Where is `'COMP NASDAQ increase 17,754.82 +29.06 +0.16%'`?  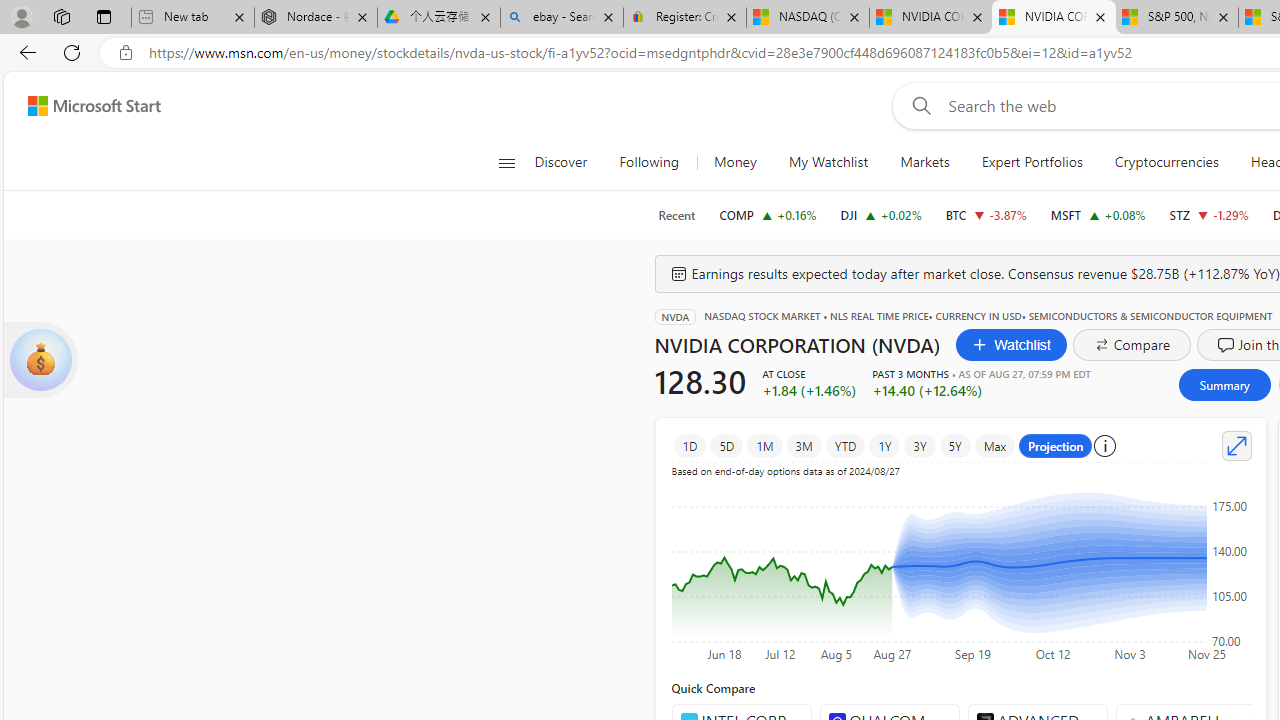 'COMP NASDAQ increase 17,754.82 +29.06 +0.16%' is located at coordinates (767, 214).